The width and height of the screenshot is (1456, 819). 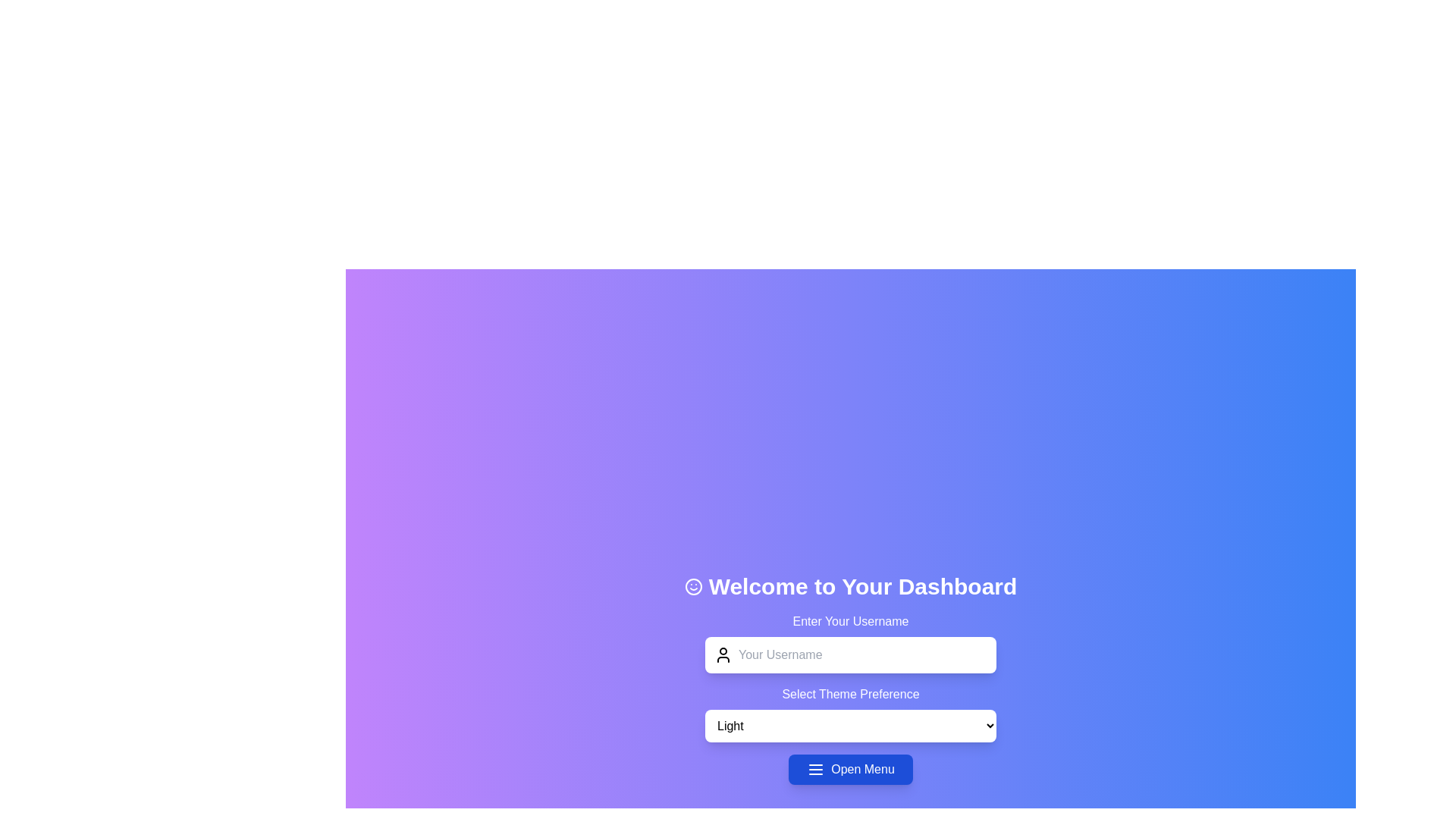 I want to click on the blue gradient button labeled 'Open Menu' with a hamburger menu icon, so click(x=851, y=769).